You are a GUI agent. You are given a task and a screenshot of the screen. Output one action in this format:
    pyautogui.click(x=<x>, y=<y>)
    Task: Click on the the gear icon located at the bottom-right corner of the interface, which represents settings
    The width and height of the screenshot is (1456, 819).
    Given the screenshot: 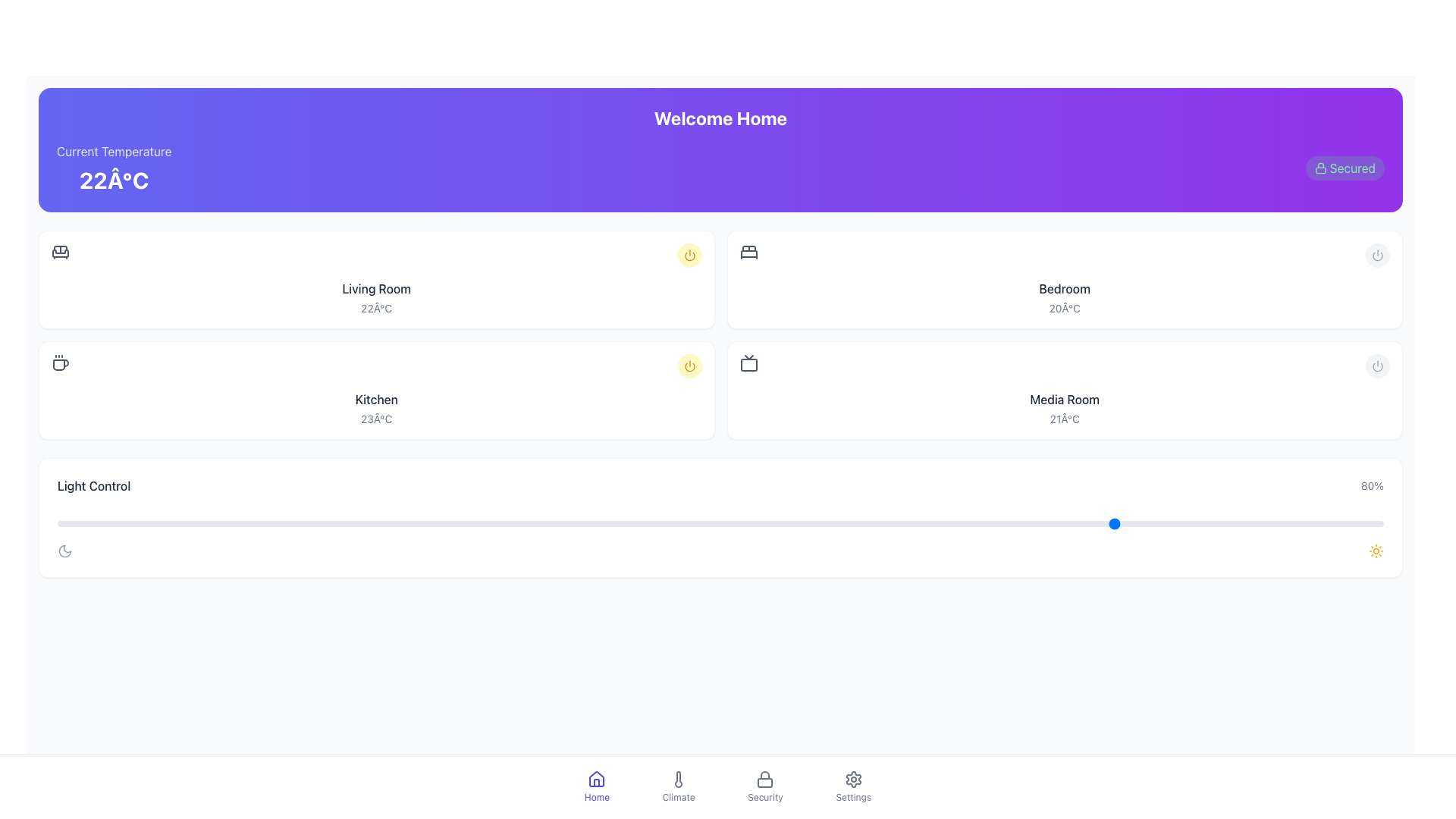 What is the action you would take?
    pyautogui.click(x=853, y=780)
    